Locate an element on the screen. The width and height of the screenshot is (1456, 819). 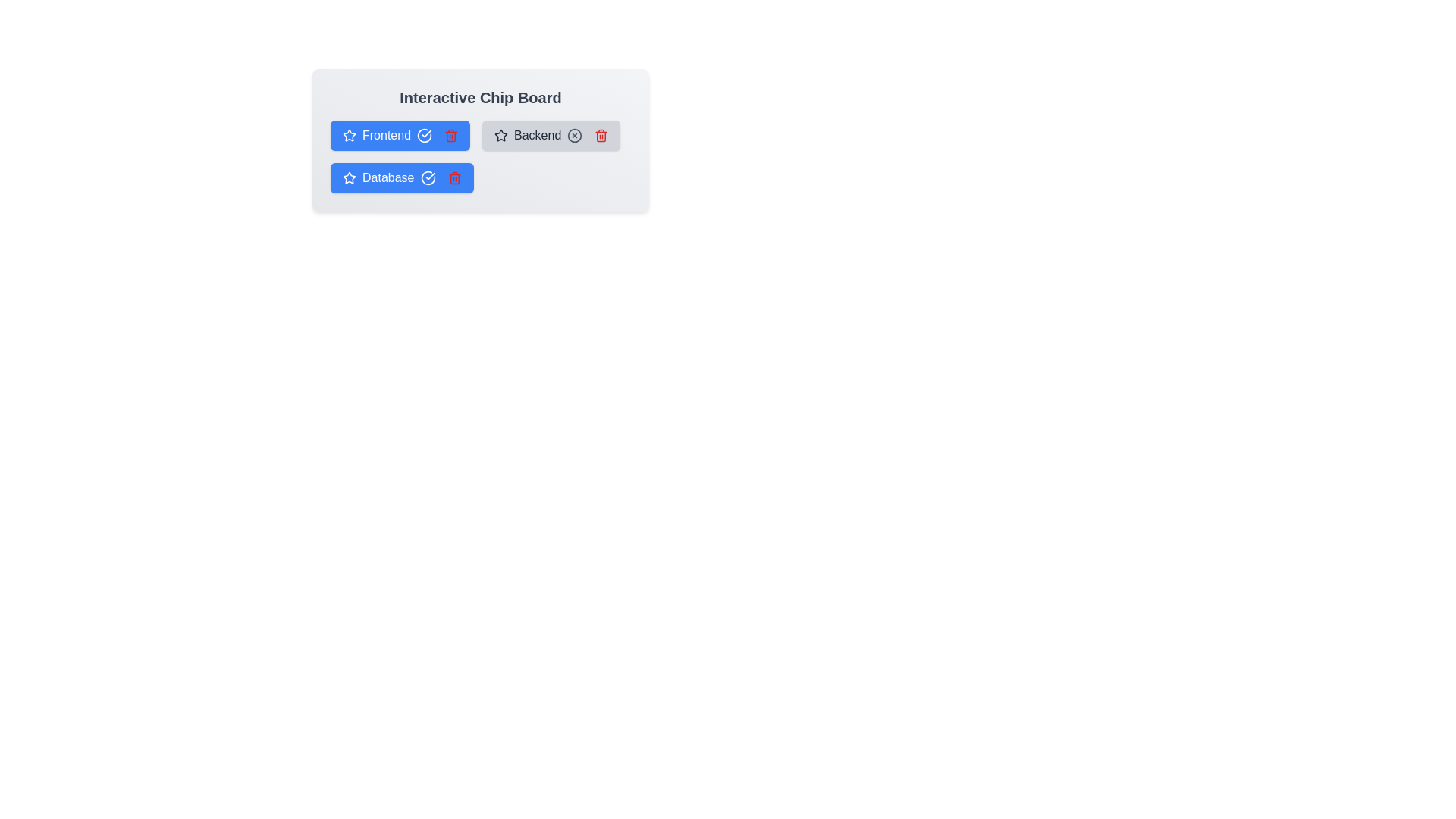
the trash icon of the chip labeled Database to remove it is located at coordinates (453, 177).